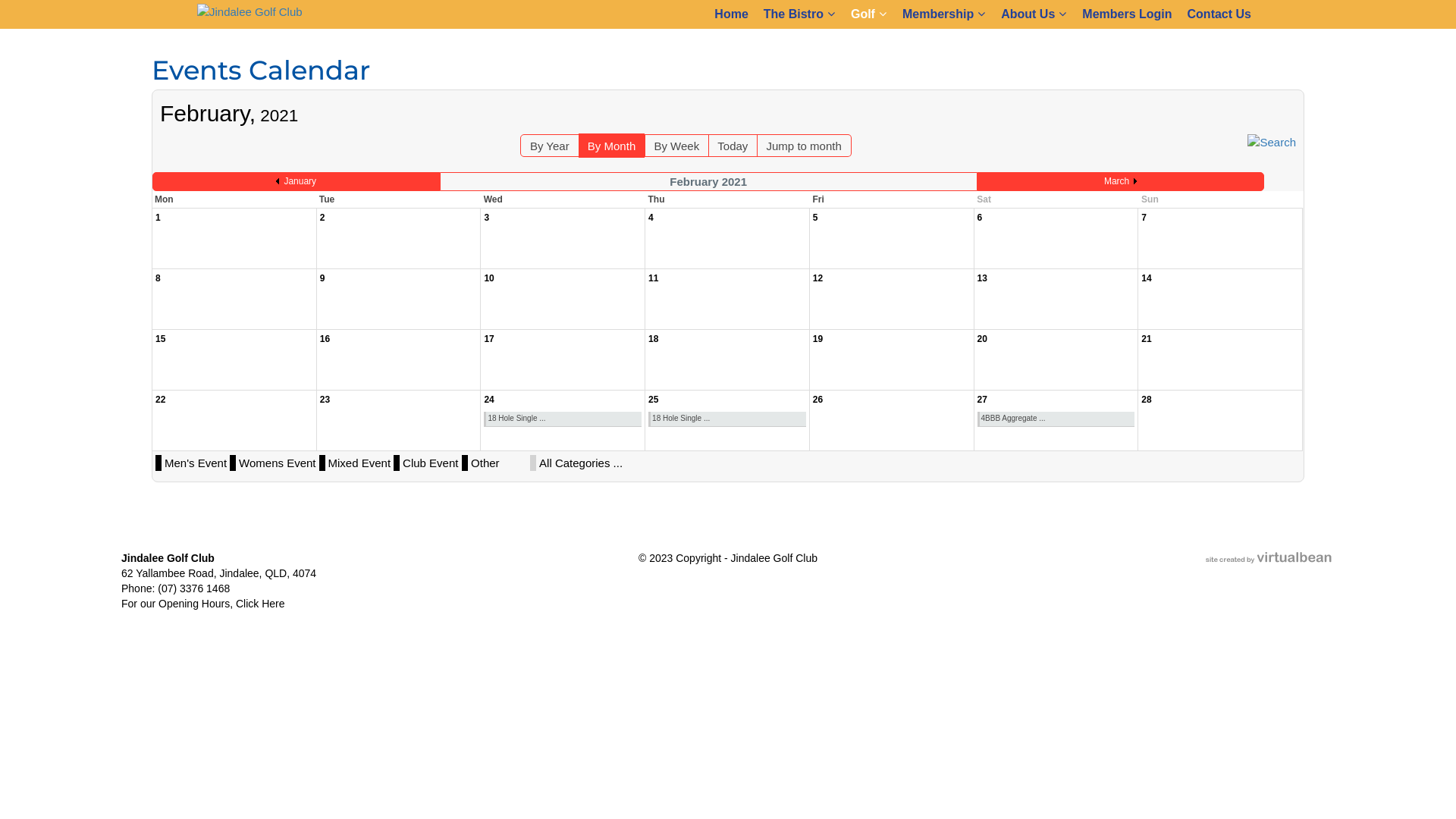  I want to click on 'Contact Us', so click(1219, 14).